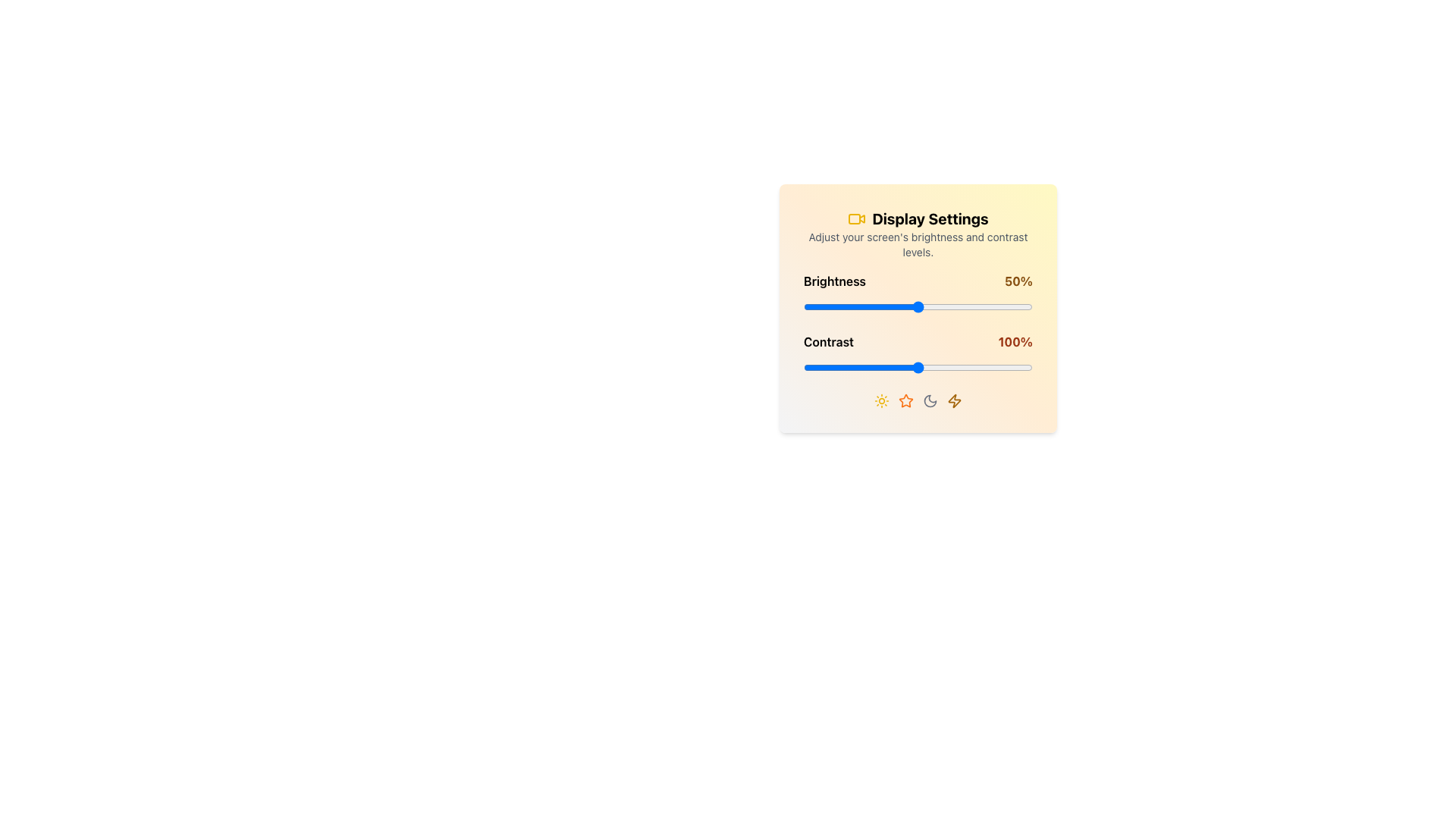 The image size is (1456, 819). I want to click on the brightness, so click(814, 307).